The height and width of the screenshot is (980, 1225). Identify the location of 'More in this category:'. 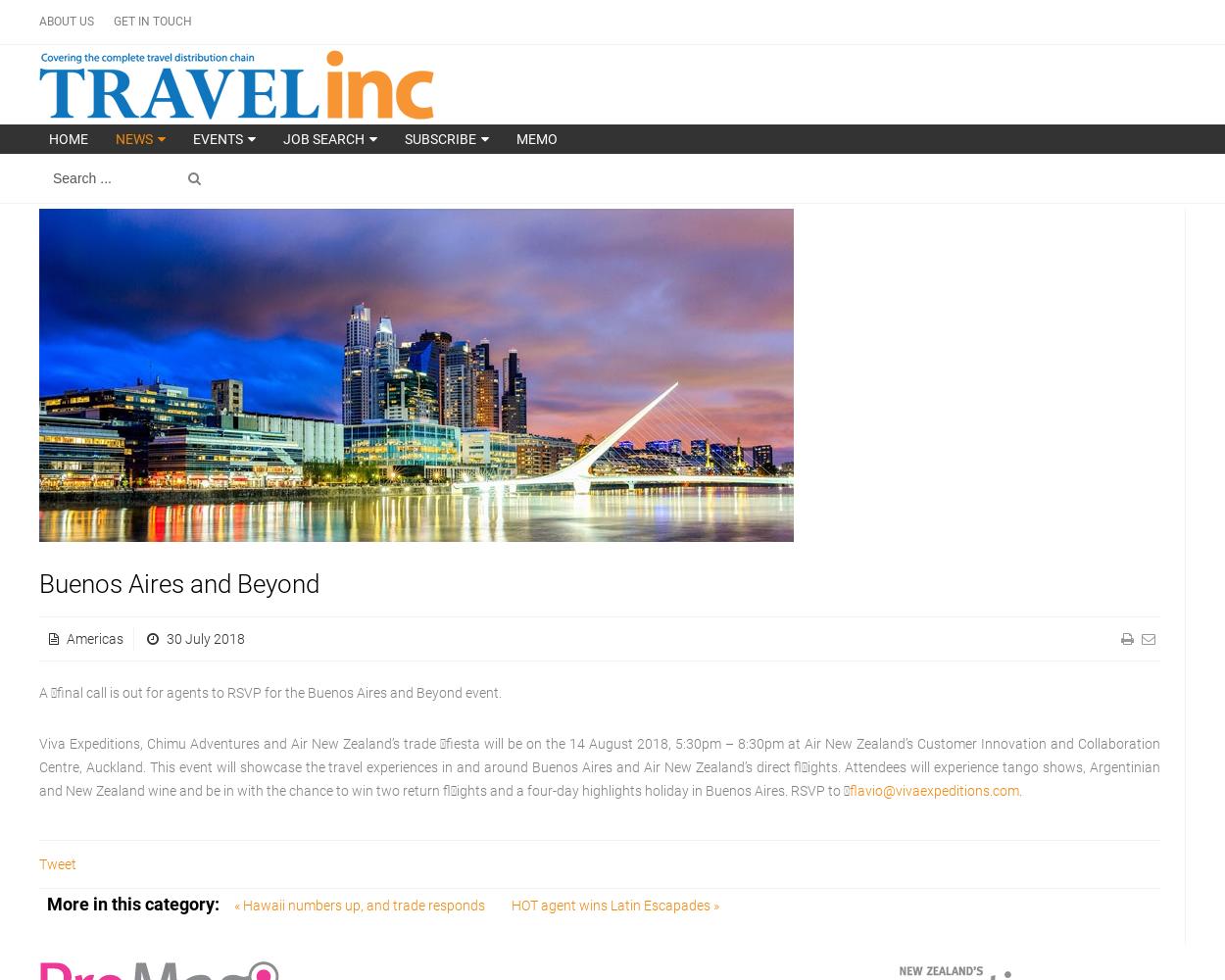
(133, 904).